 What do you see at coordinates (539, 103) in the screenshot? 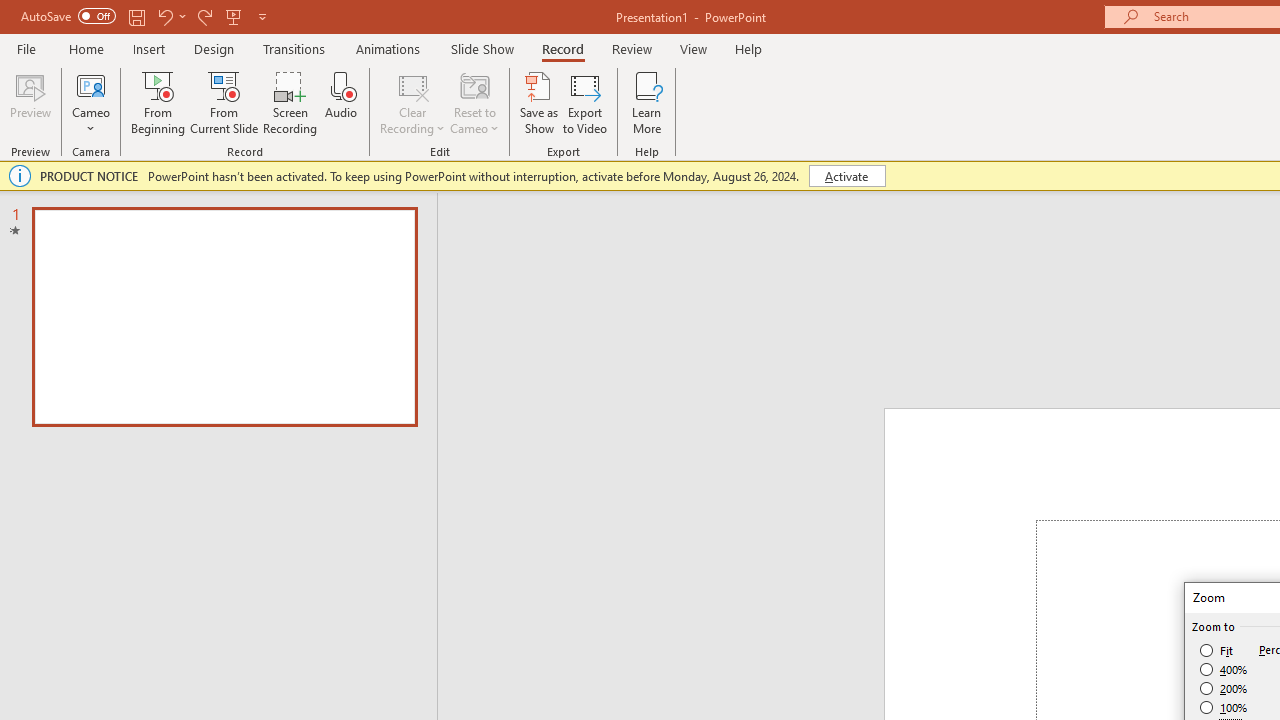
I see `'Save as Show'` at bounding box center [539, 103].